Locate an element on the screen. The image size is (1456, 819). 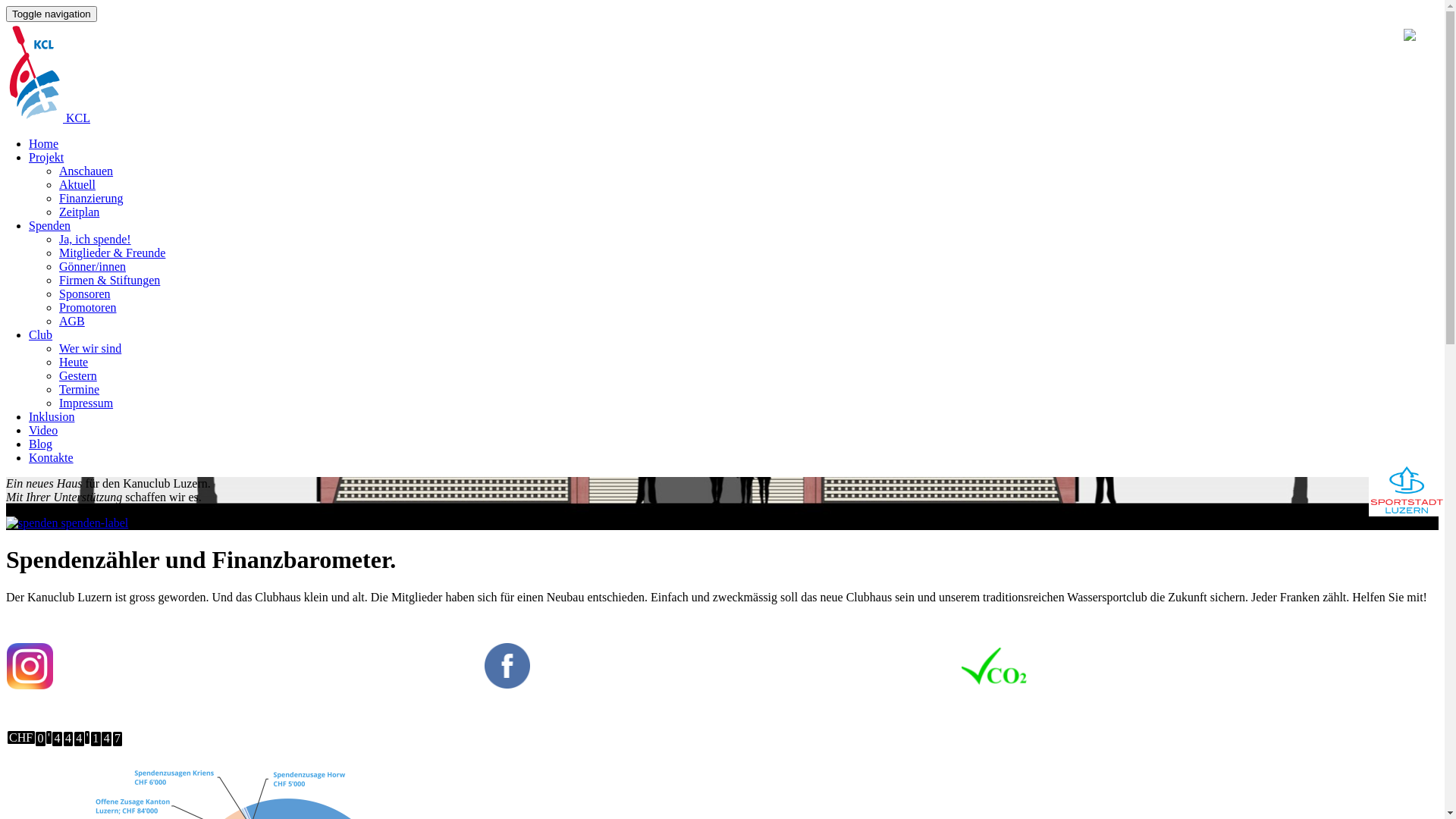
'Heute' is located at coordinates (58, 362).